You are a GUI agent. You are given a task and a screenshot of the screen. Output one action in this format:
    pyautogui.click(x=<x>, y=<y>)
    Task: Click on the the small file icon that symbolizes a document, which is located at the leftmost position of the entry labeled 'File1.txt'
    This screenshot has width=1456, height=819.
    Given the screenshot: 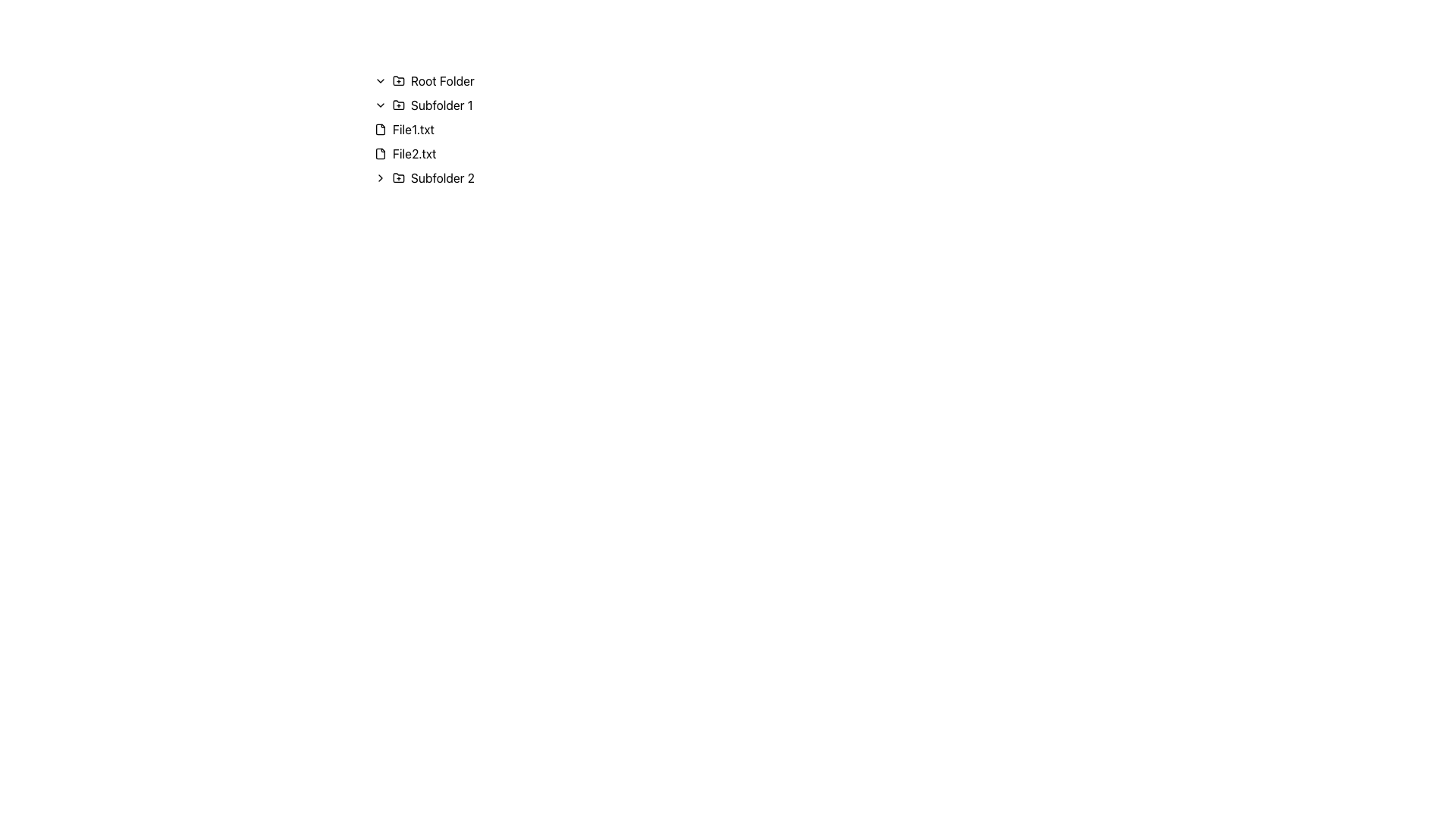 What is the action you would take?
    pyautogui.click(x=381, y=128)
    